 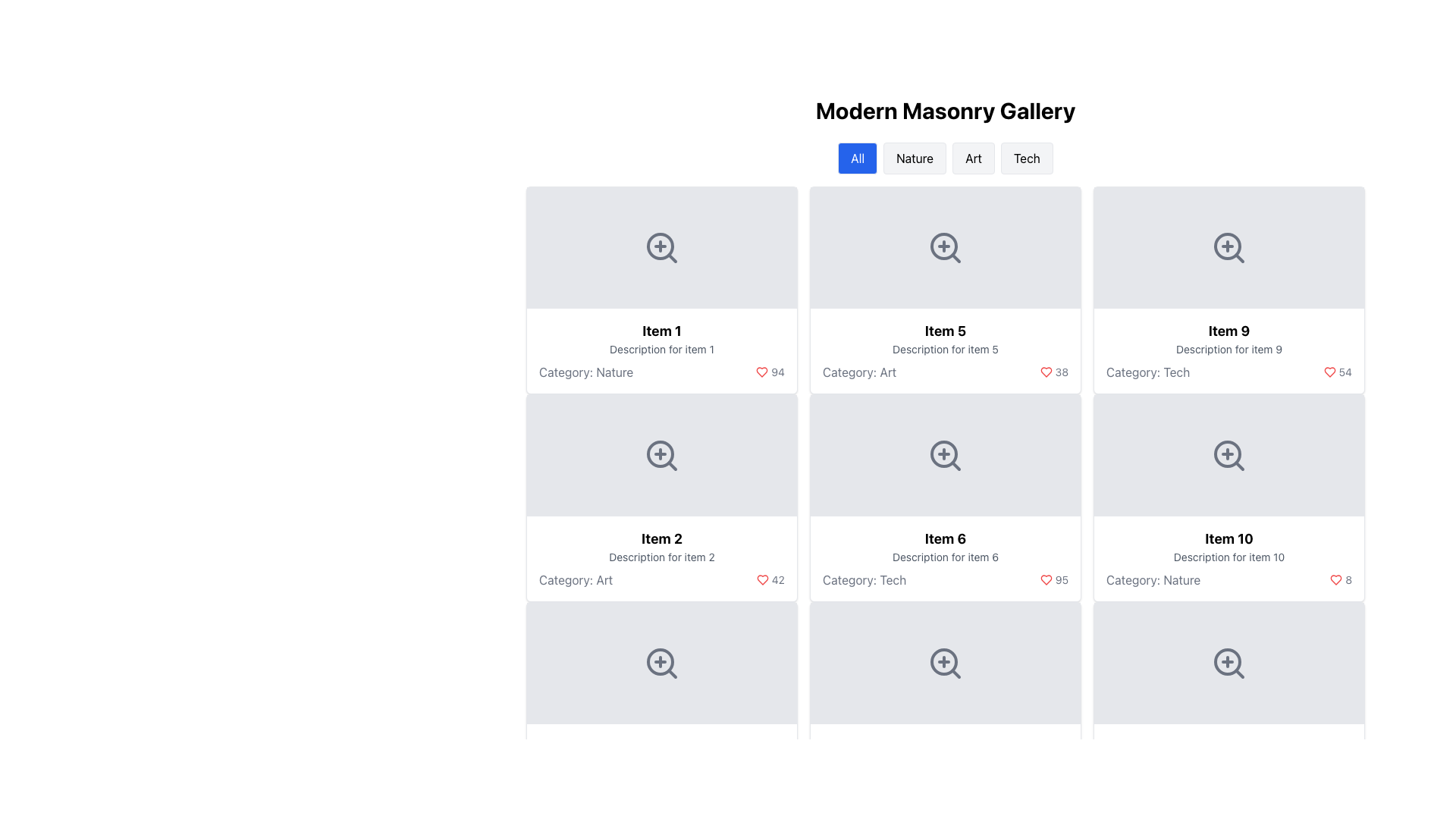 What do you see at coordinates (859, 372) in the screenshot?
I see `the text label indicating that 'Item 5' belongs to the 'Art' category, located in the second column of the second row in the grid` at bounding box center [859, 372].